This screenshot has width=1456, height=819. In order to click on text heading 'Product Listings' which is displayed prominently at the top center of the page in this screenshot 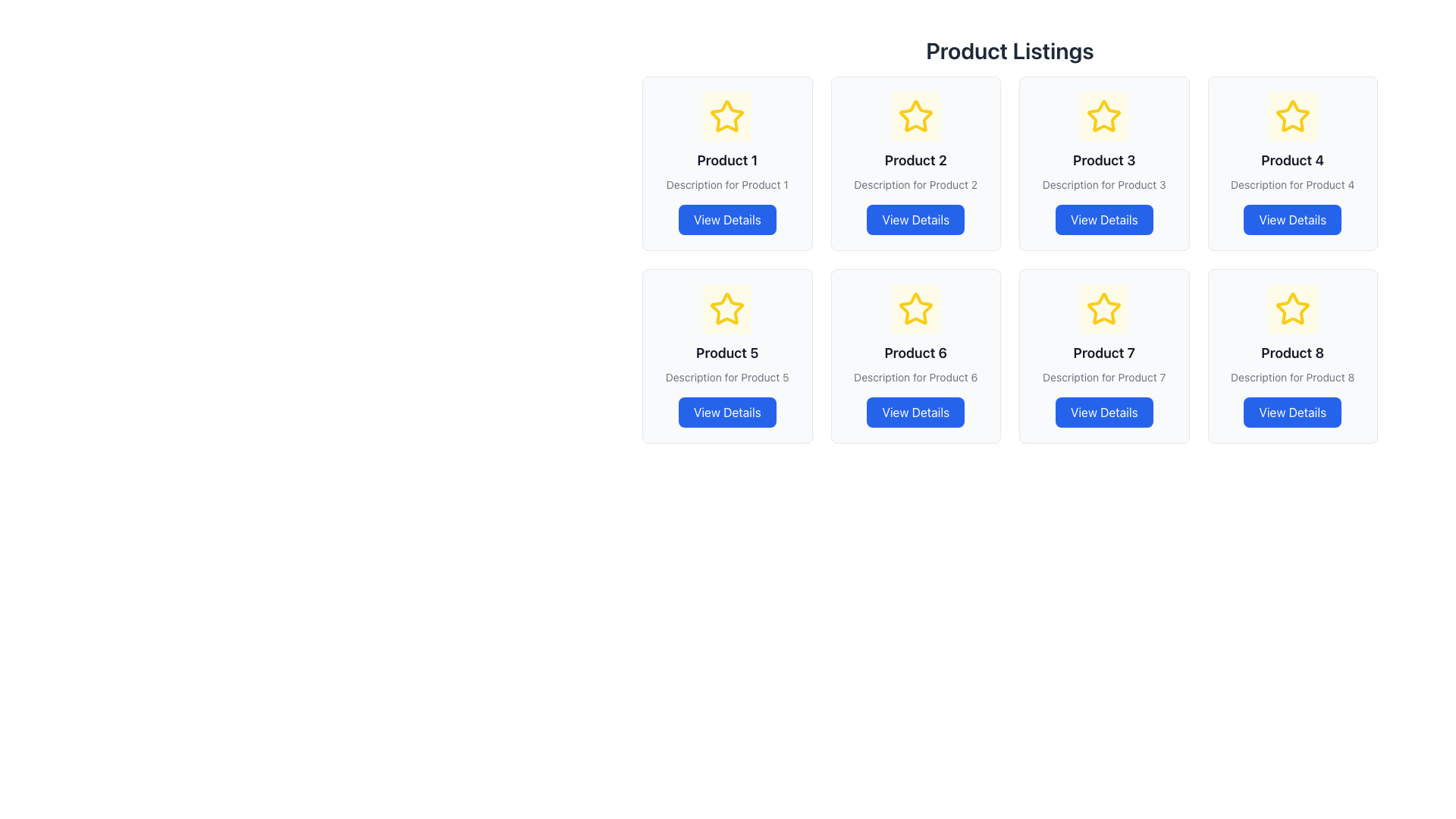, I will do `click(1009, 49)`.